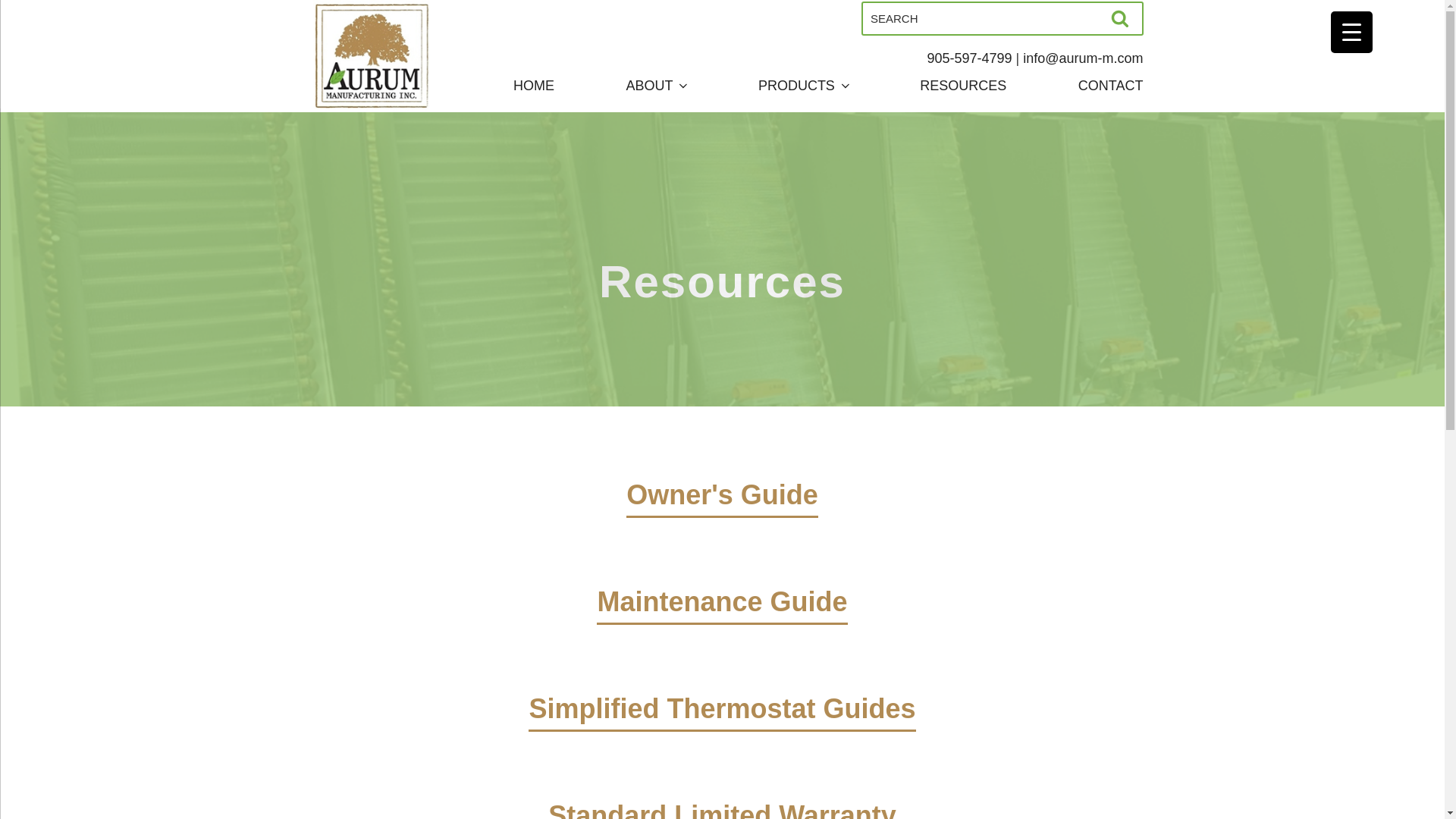 This screenshot has height=819, width=1456. I want to click on 'Search for:', so click(1002, 18).